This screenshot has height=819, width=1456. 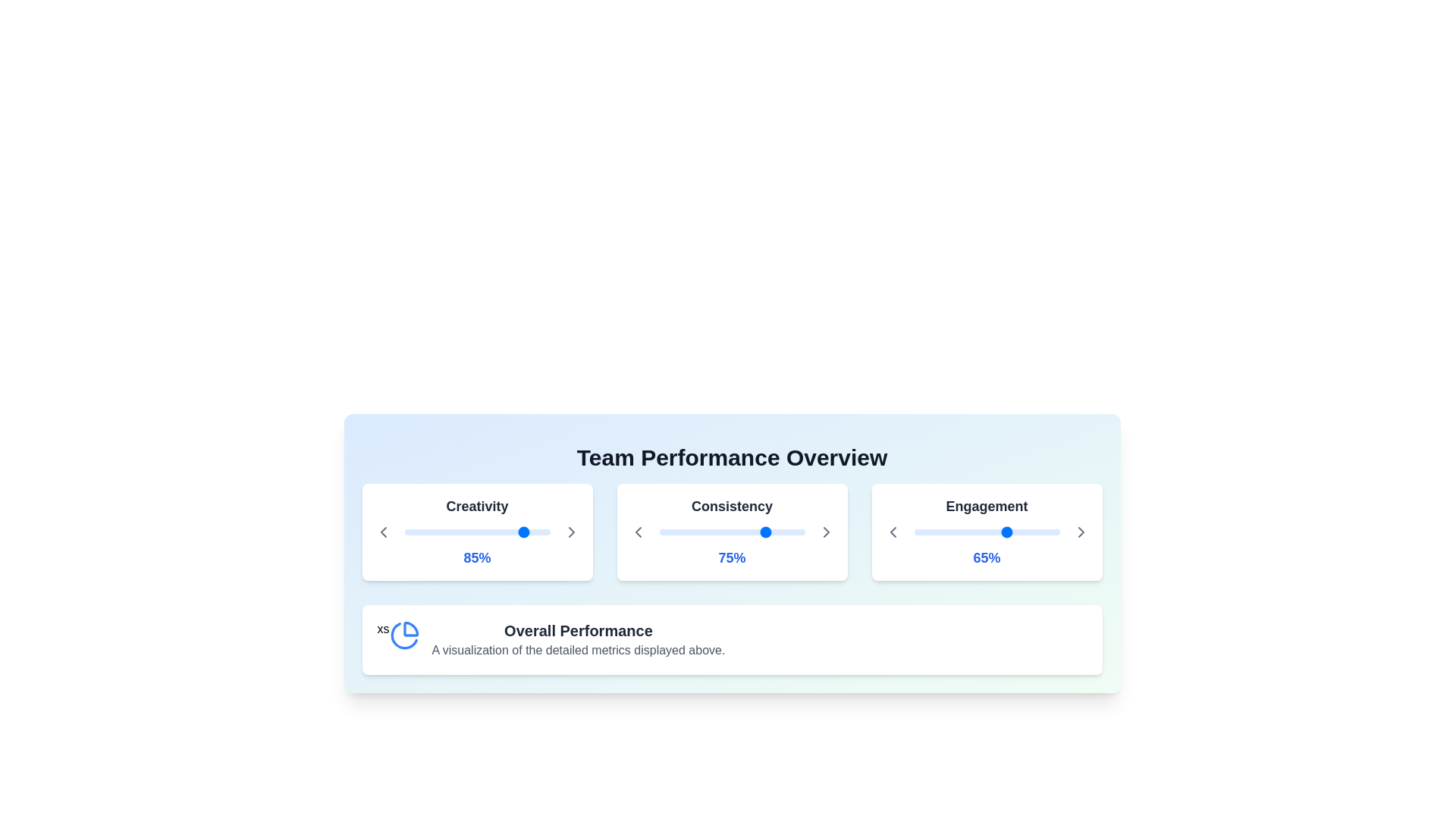 What do you see at coordinates (470, 532) in the screenshot?
I see `Creativity level` at bounding box center [470, 532].